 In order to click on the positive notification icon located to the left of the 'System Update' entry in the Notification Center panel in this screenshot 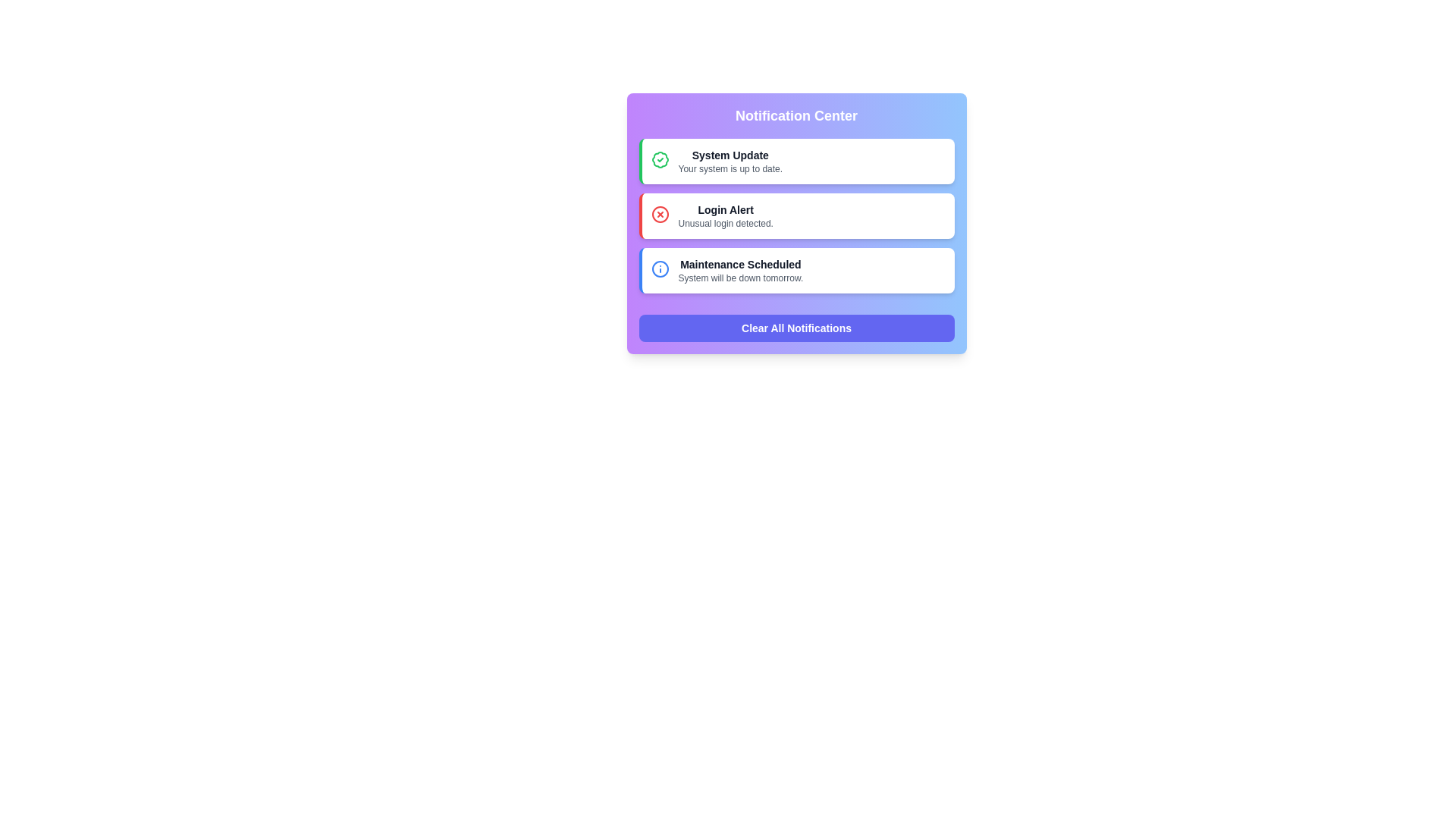, I will do `click(660, 160)`.